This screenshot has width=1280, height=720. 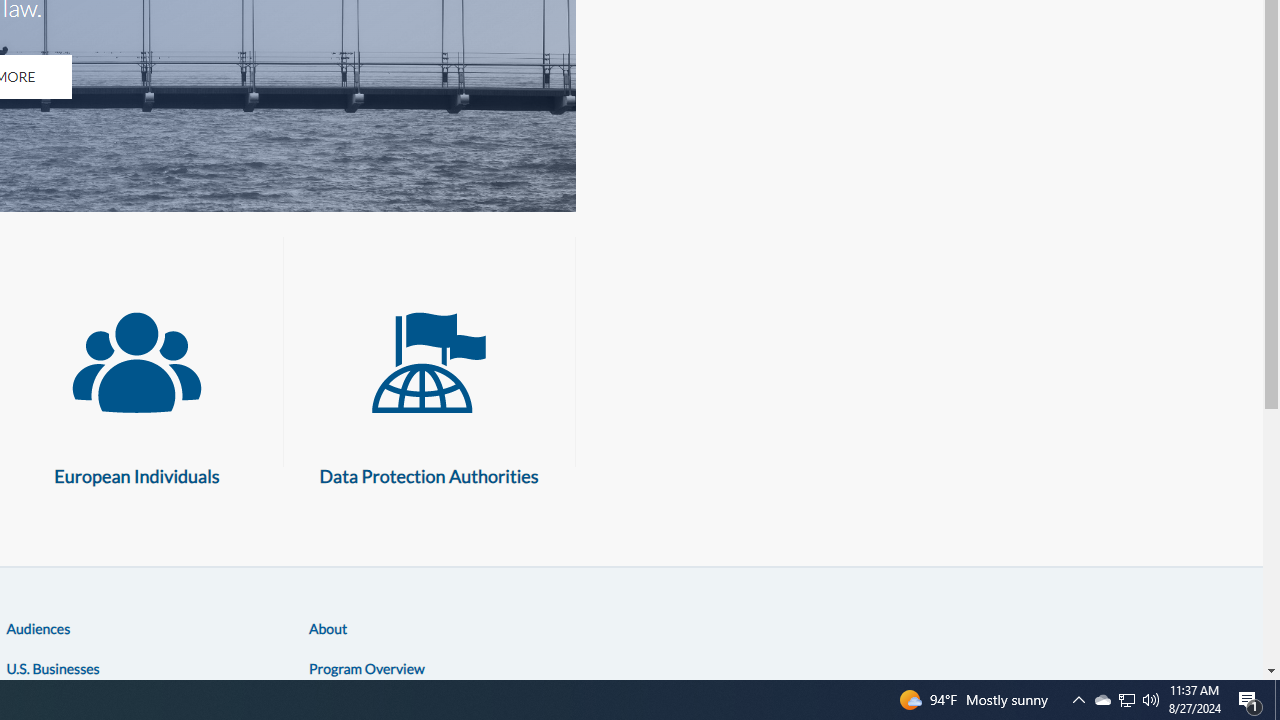 I want to click on 'European Individuals European Individuals', so click(x=135, y=389).